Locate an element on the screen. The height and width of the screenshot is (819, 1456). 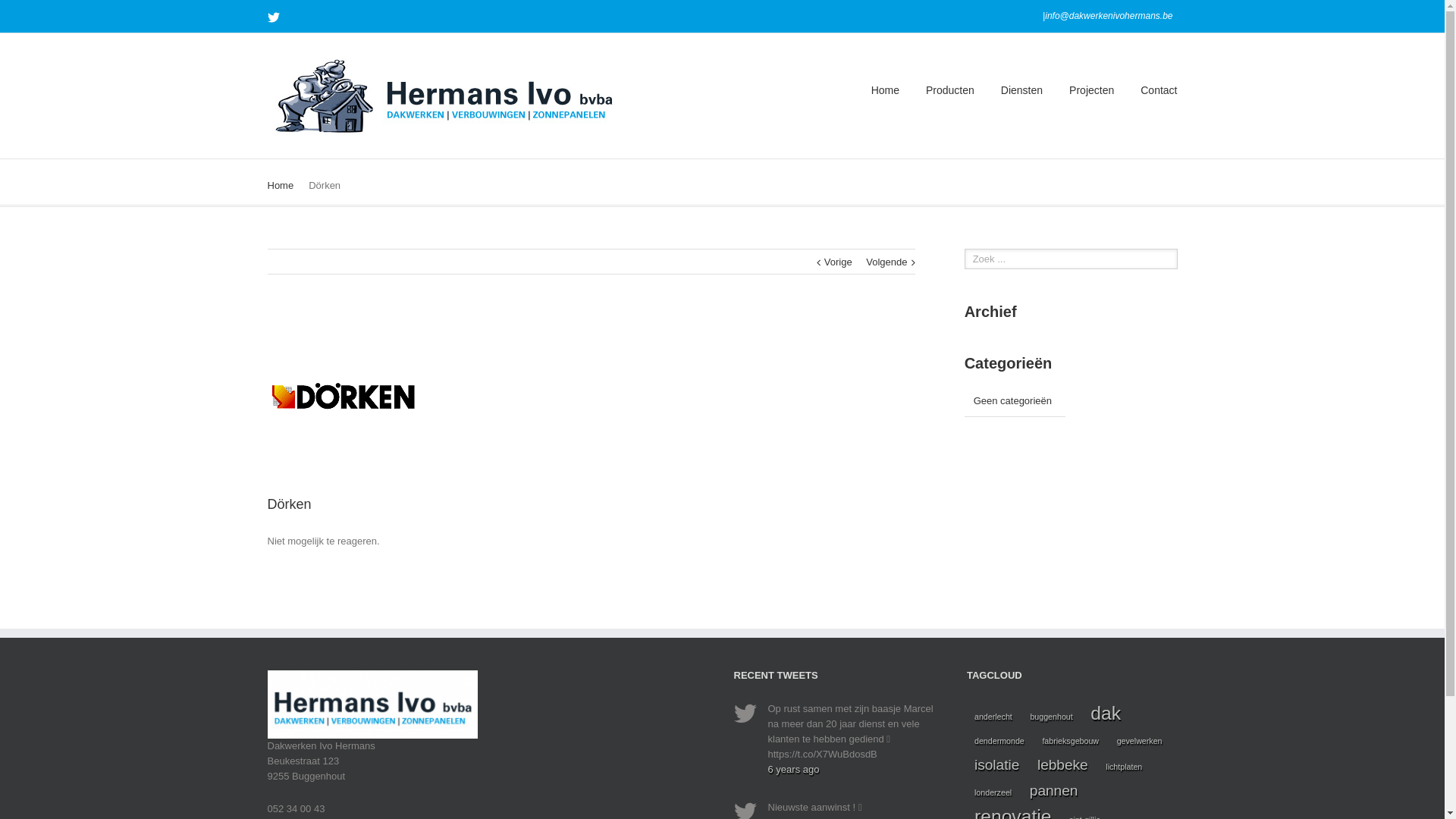
'lebbeke' is located at coordinates (1062, 765).